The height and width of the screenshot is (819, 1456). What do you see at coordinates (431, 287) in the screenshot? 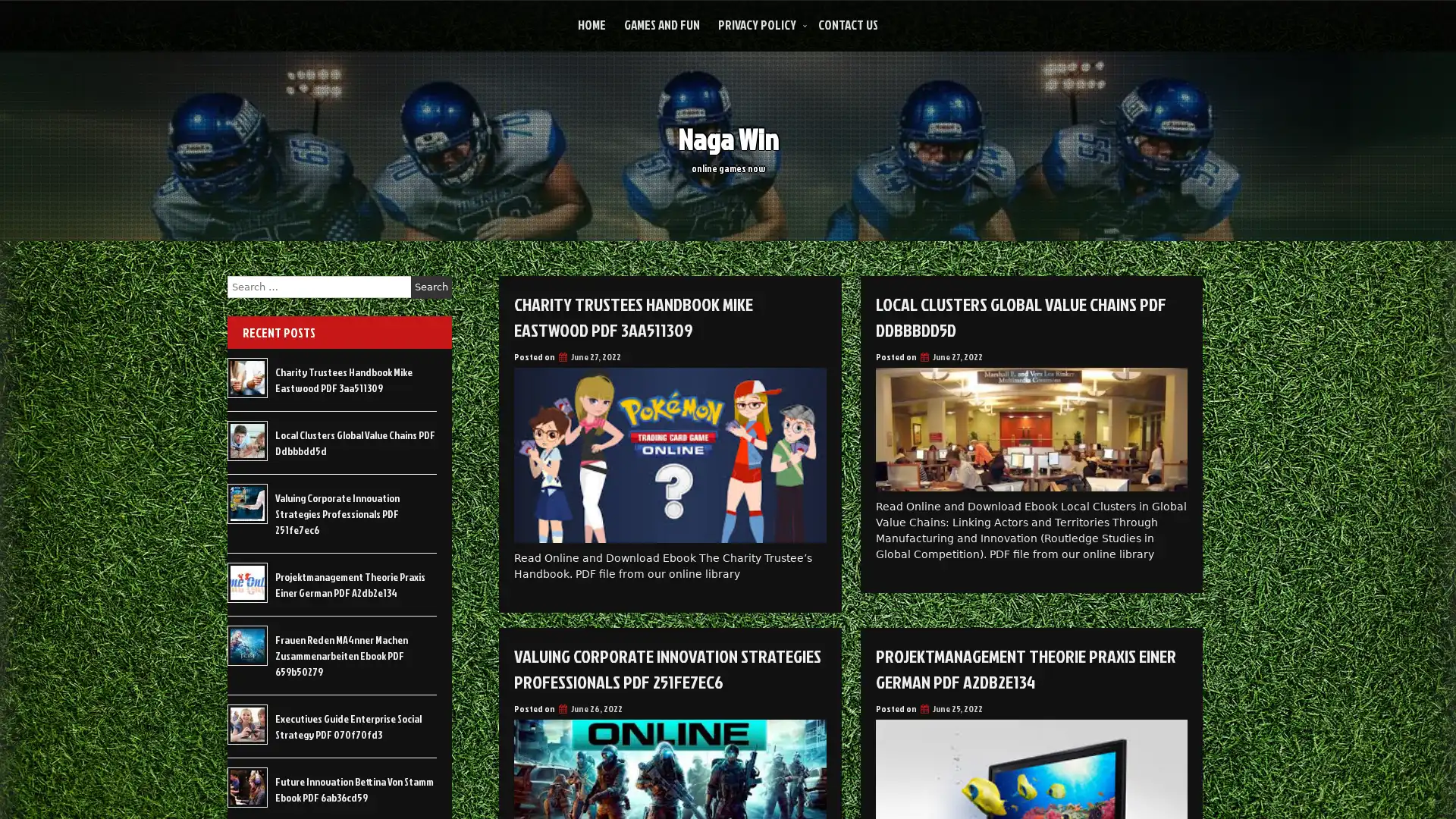
I see `Search` at bounding box center [431, 287].